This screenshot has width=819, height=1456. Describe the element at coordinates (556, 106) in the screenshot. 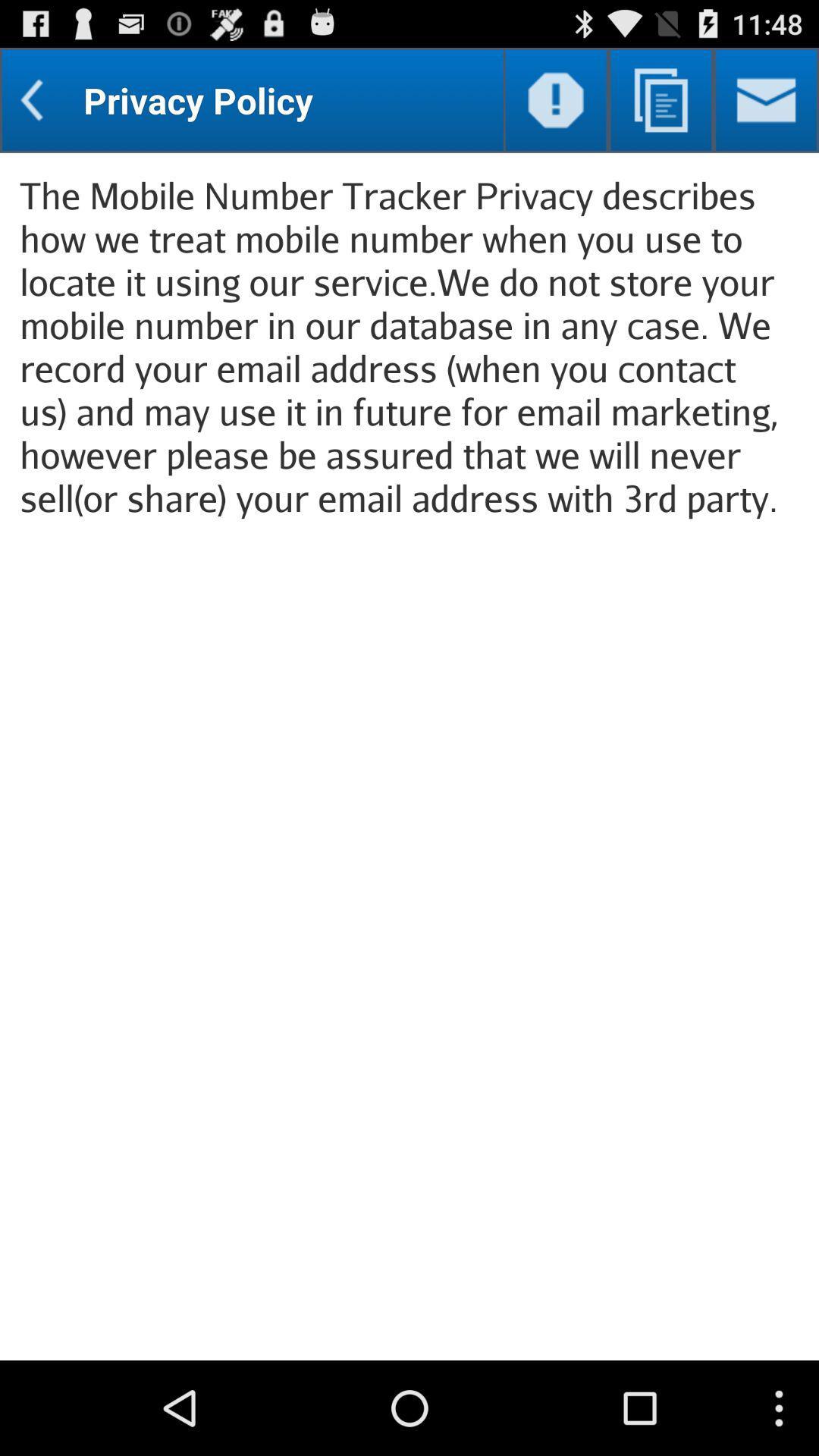

I see `the warning icon` at that location.